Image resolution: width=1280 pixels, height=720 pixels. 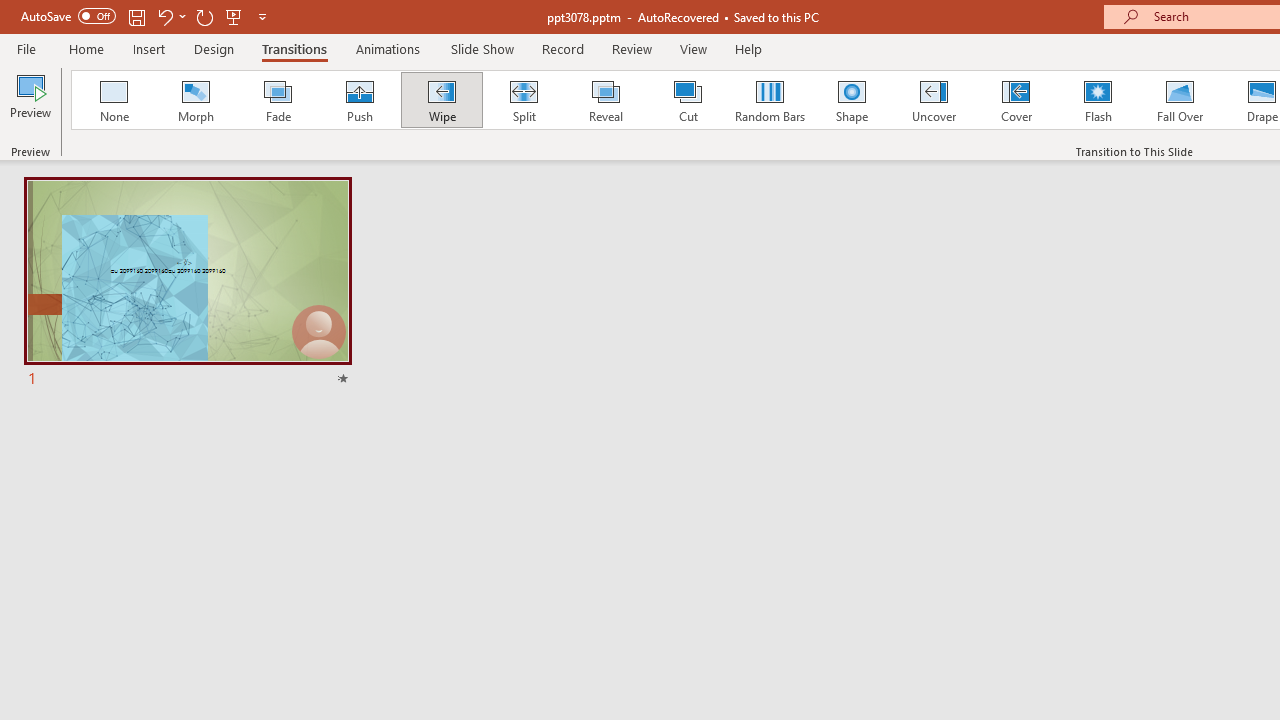 What do you see at coordinates (195, 100) in the screenshot?
I see `'Morph'` at bounding box center [195, 100].